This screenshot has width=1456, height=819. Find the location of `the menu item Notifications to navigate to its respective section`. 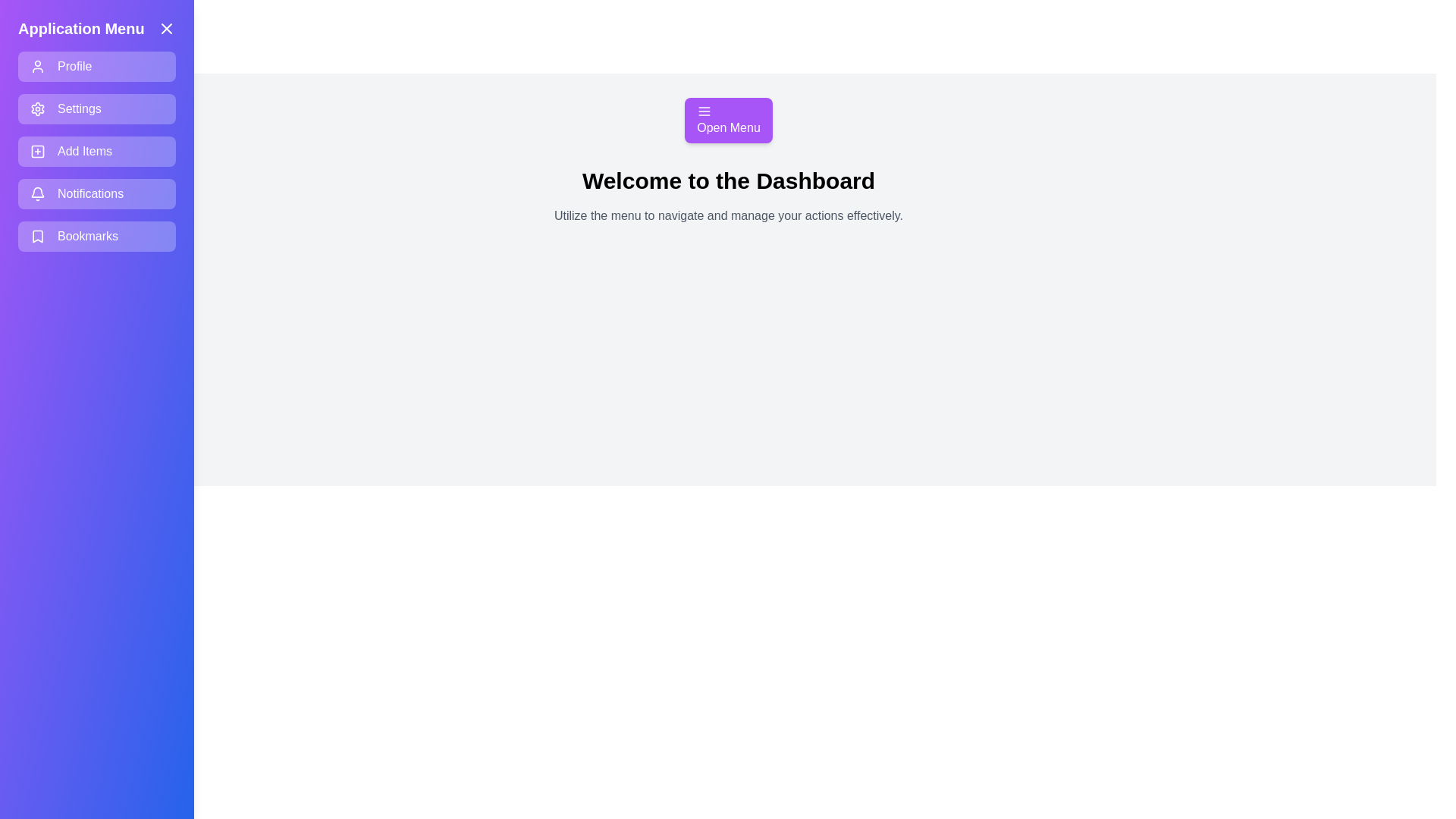

the menu item Notifications to navigate to its respective section is located at coordinates (96, 193).